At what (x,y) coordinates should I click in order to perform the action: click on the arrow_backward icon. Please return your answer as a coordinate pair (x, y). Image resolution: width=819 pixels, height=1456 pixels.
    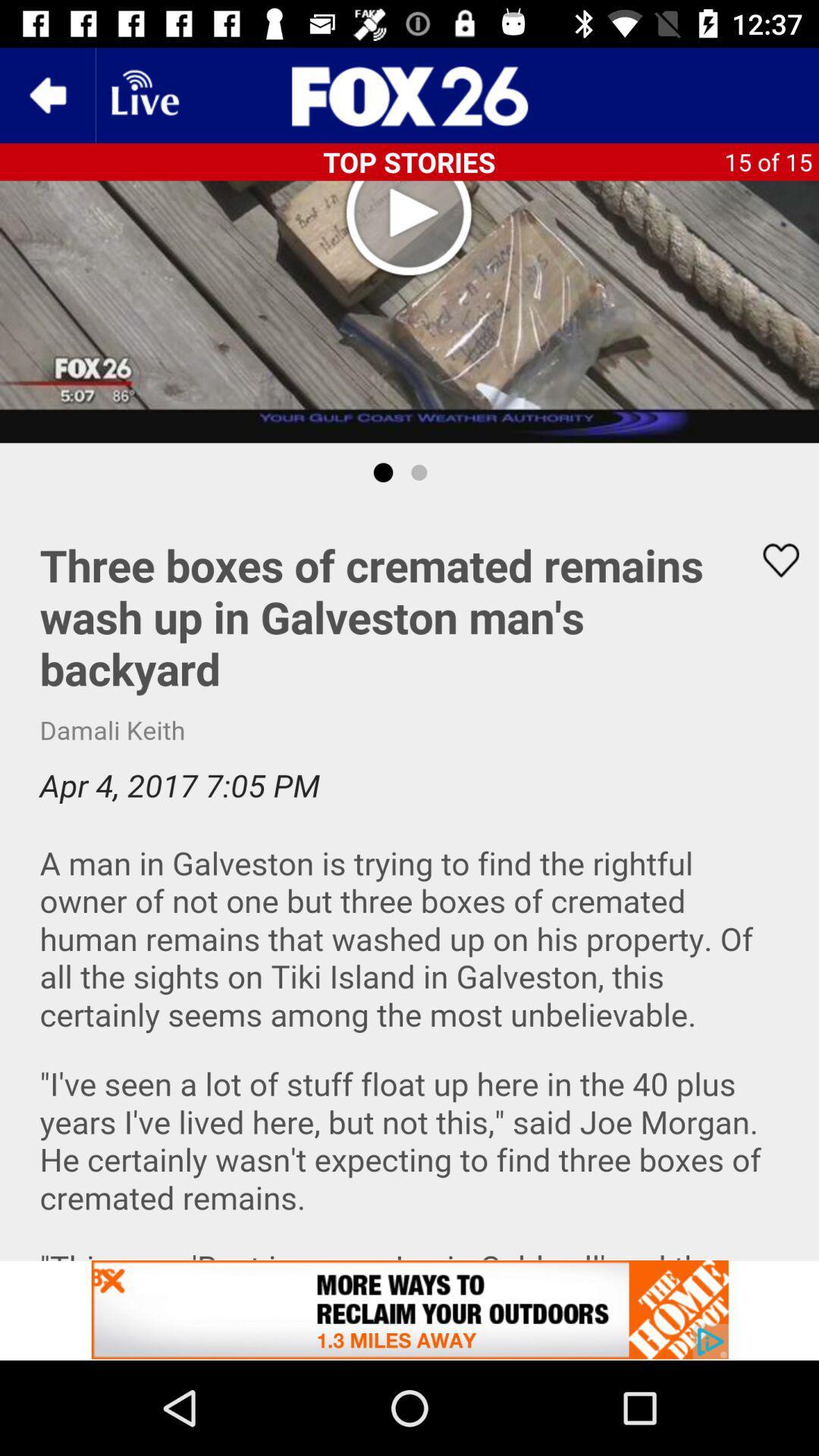
    Looking at the image, I should click on (46, 94).